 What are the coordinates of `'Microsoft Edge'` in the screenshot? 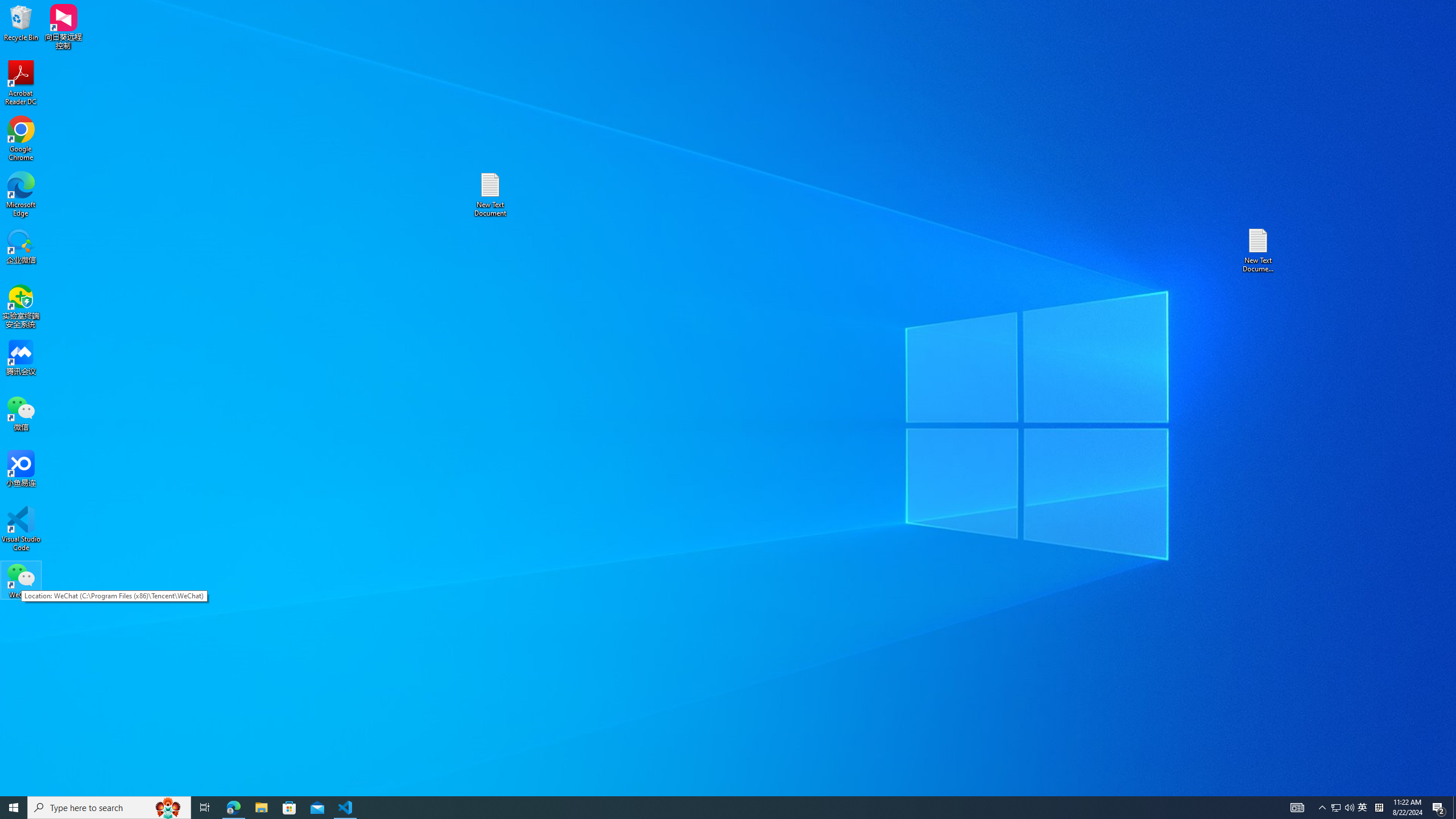 It's located at (20, 194).